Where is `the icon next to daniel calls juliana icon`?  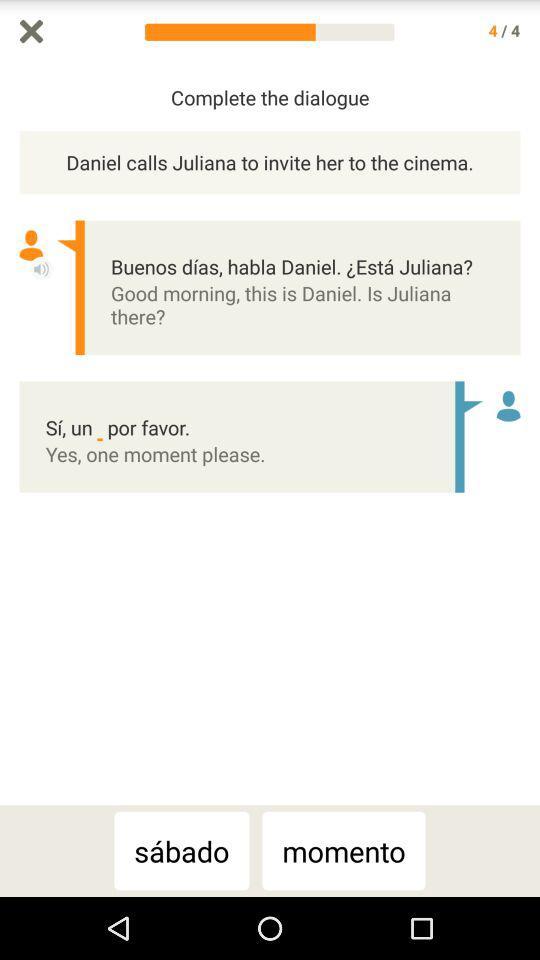
the icon next to daniel calls juliana icon is located at coordinates (530, 434).